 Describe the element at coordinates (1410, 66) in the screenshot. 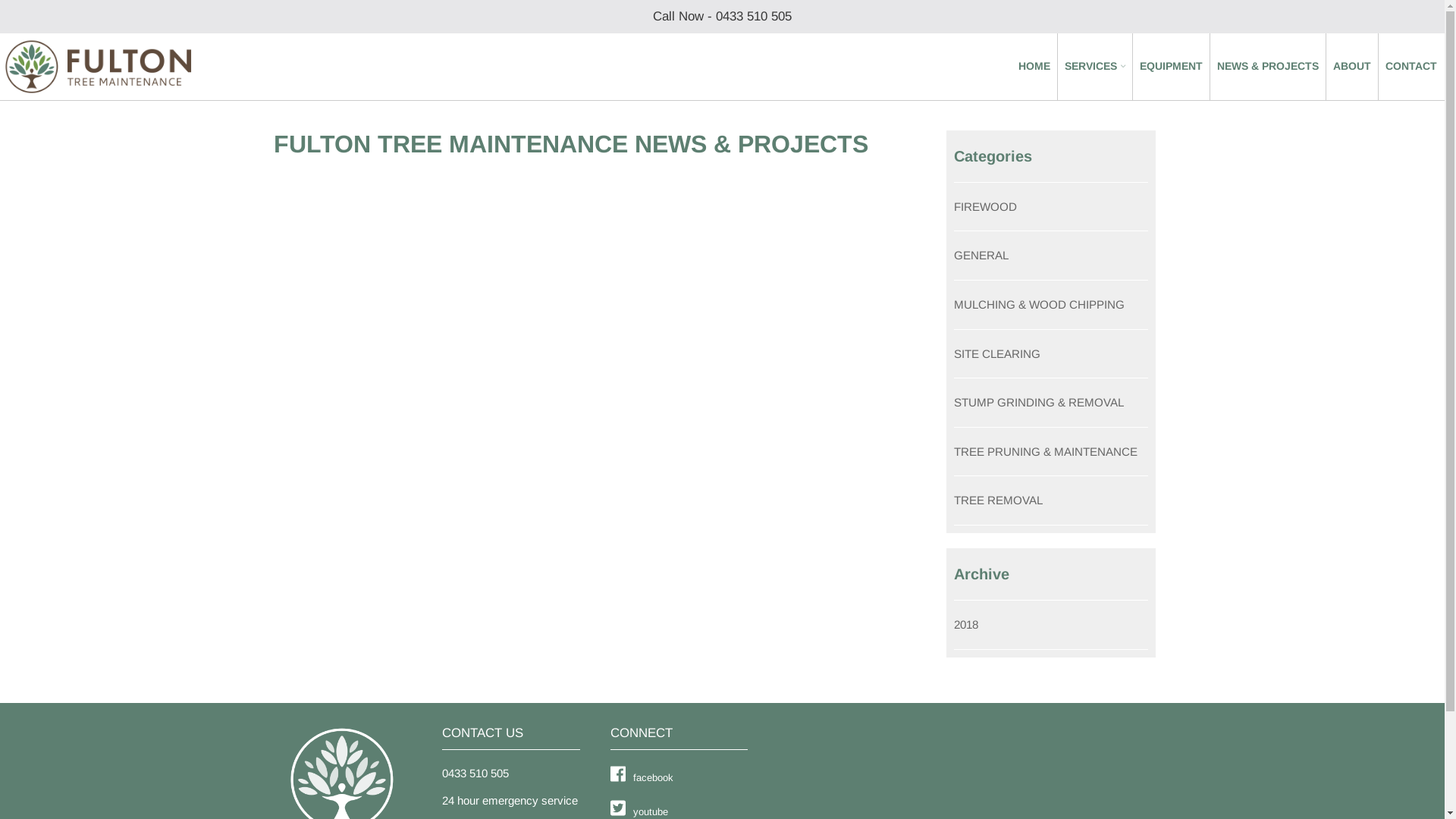

I see `'CONTACT'` at that location.